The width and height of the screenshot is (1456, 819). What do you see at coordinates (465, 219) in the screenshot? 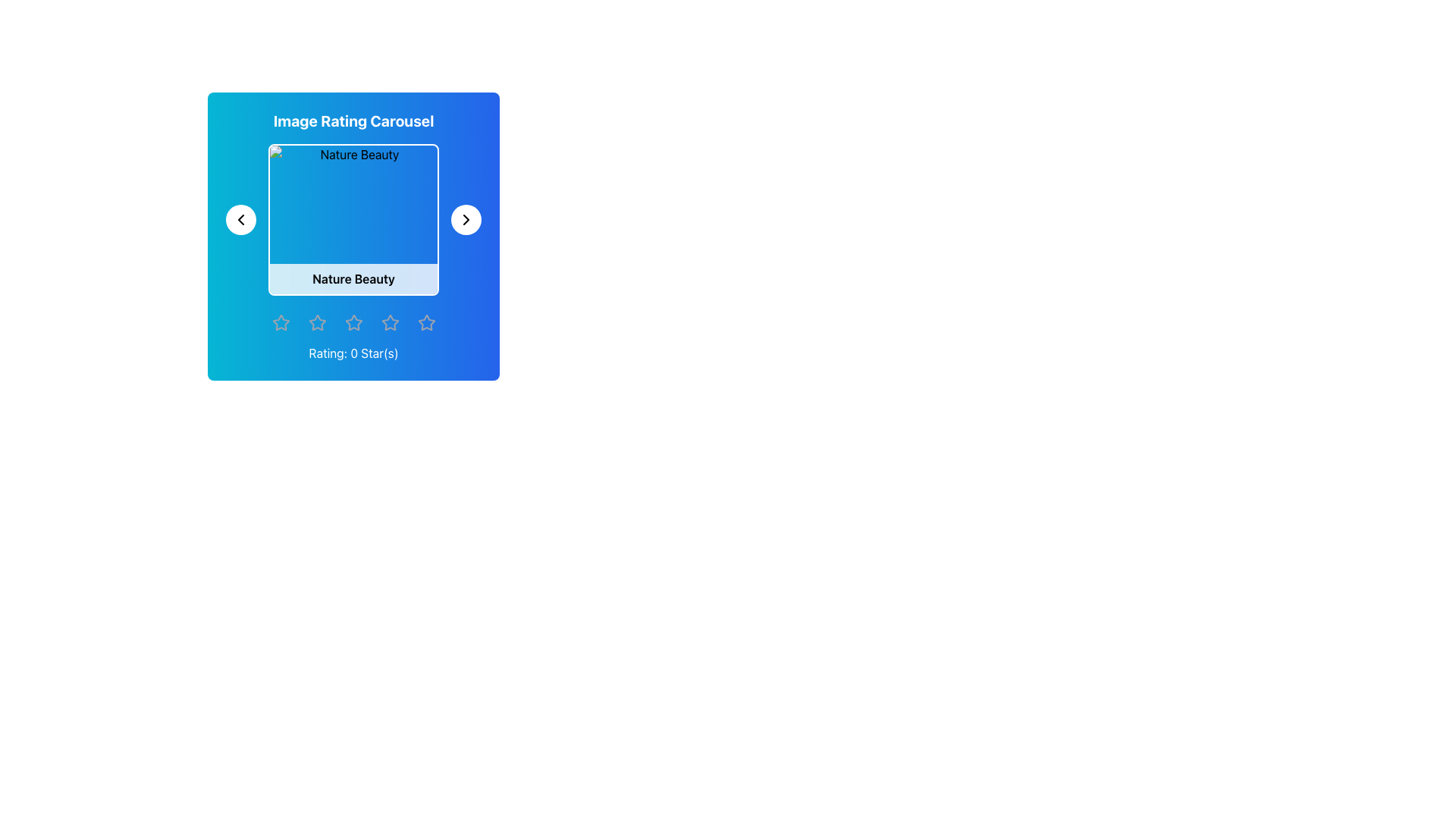
I see `the 'next' button located to the right of the 'Nature Beauty' image display box` at bounding box center [465, 219].